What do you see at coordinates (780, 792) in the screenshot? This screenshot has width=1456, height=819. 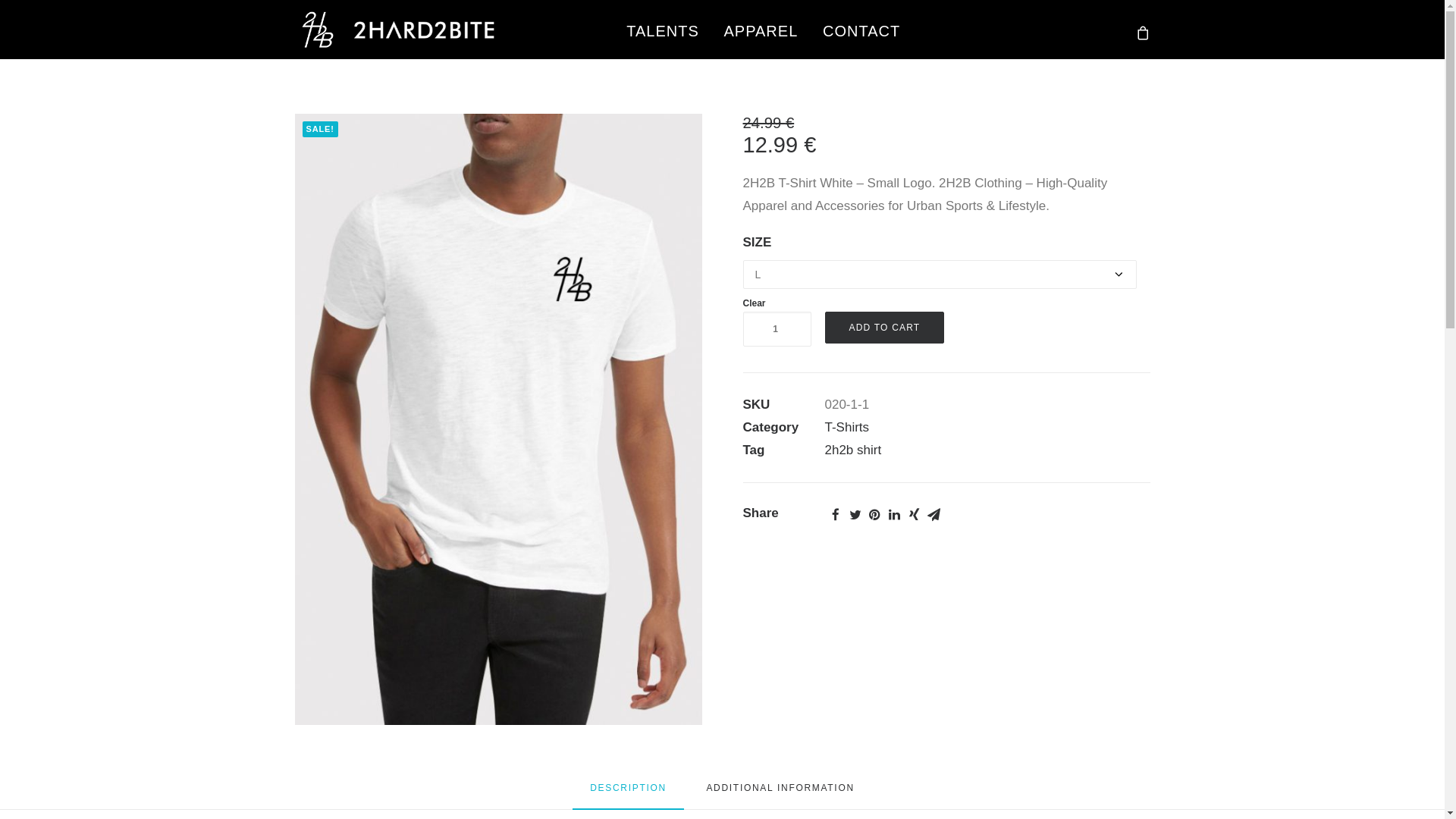 I see `'ADDITIONAL INFORMATION'` at bounding box center [780, 792].